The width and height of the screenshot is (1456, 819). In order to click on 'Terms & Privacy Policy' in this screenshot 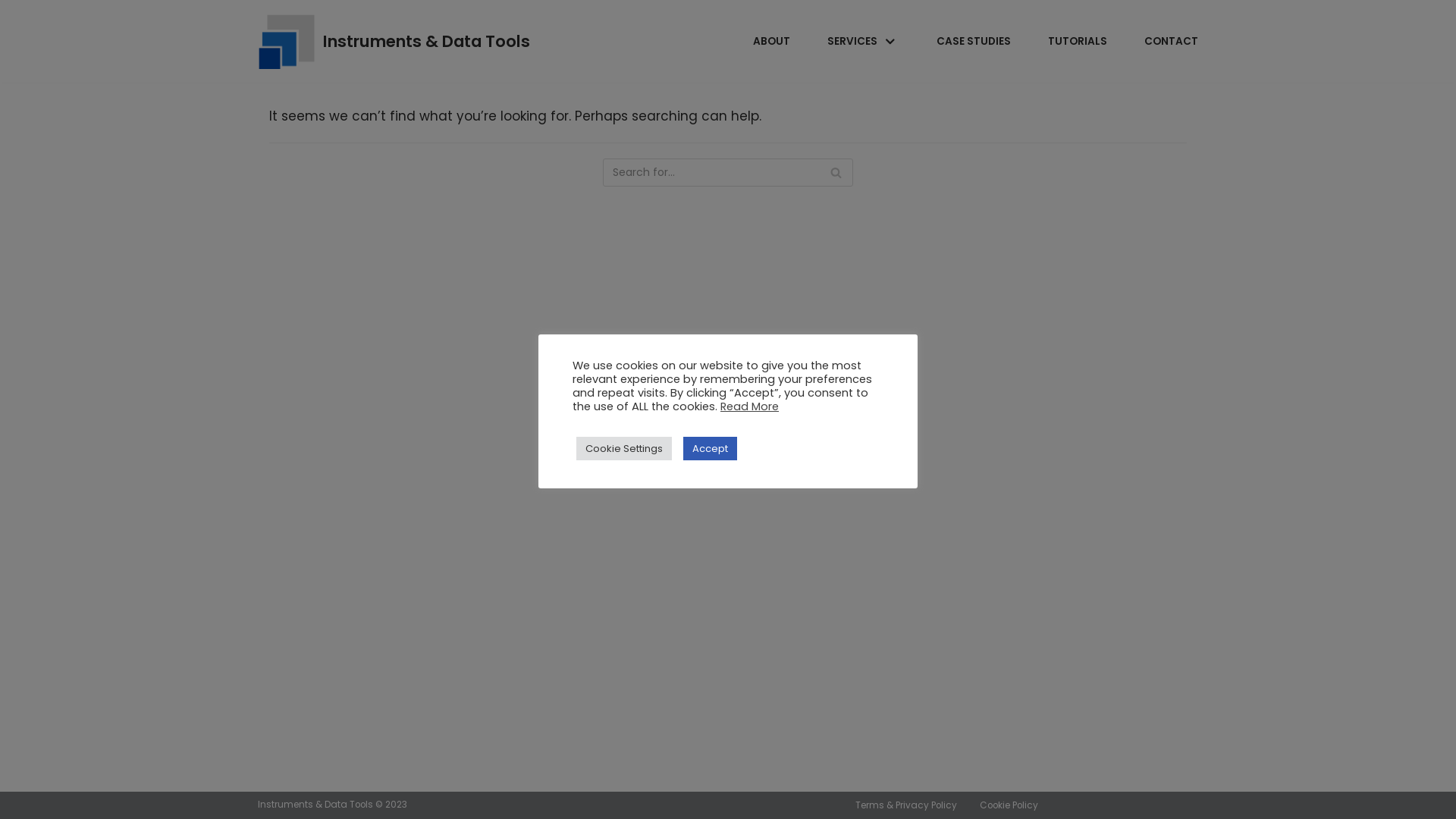, I will do `click(906, 804)`.